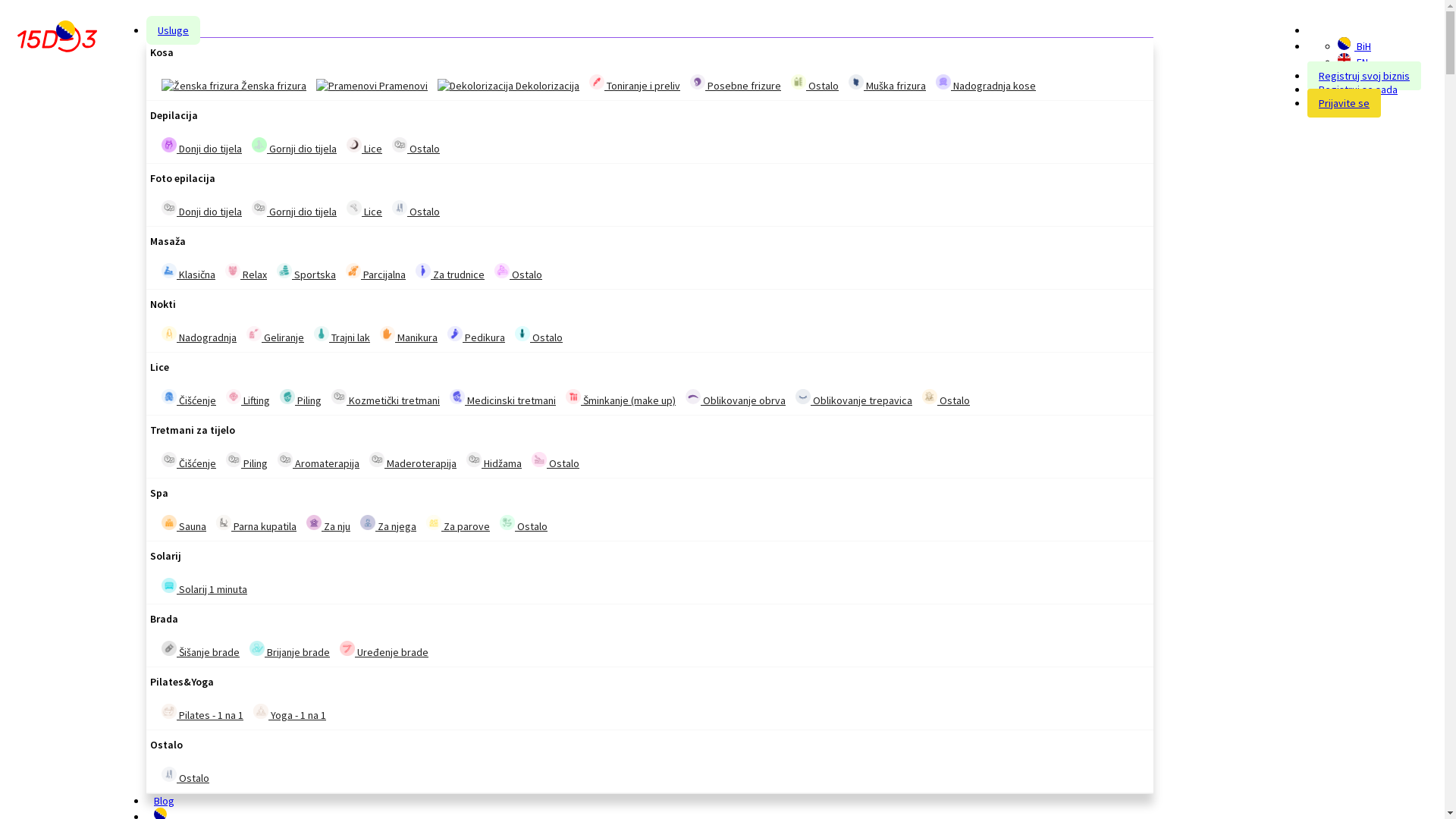 The height and width of the screenshot is (819, 1456). Describe the element at coordinates (157, 522) in the screenshot. I see `'Sauna'` at that location.